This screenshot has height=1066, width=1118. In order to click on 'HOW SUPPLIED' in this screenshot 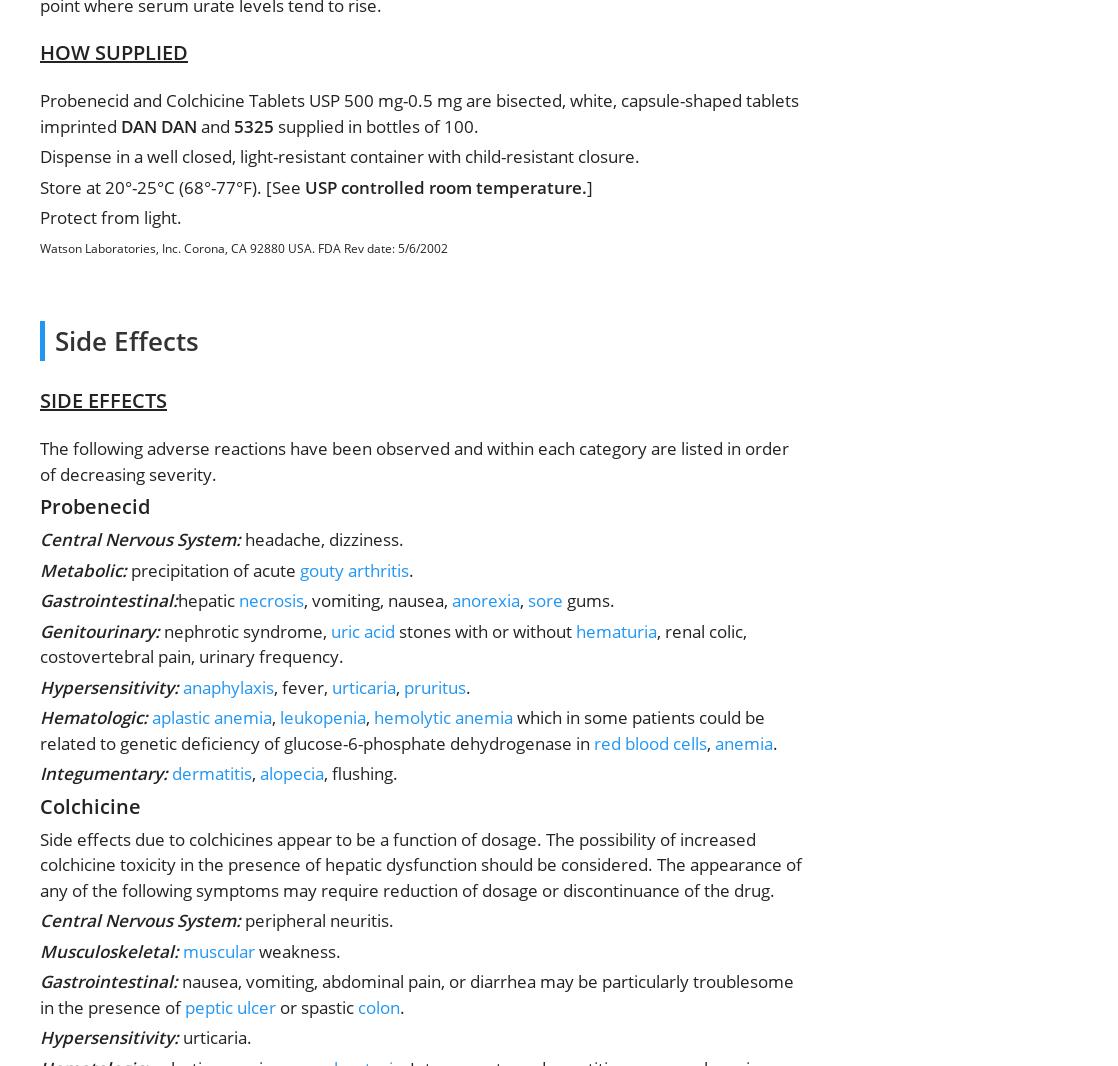, I will do `click(40, 51)`.